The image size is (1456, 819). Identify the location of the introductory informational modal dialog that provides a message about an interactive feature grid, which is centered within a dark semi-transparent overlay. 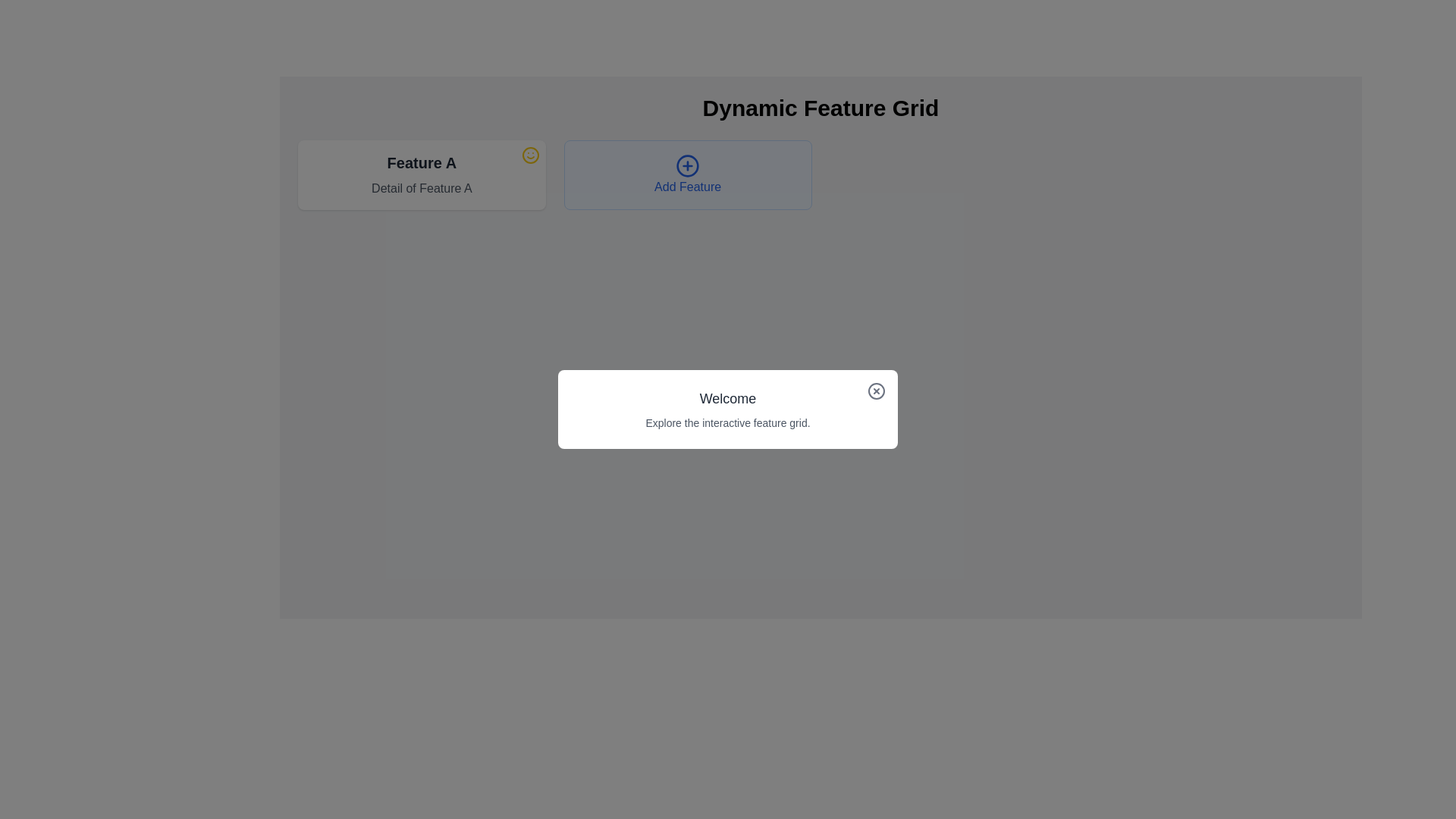
(728, 409).